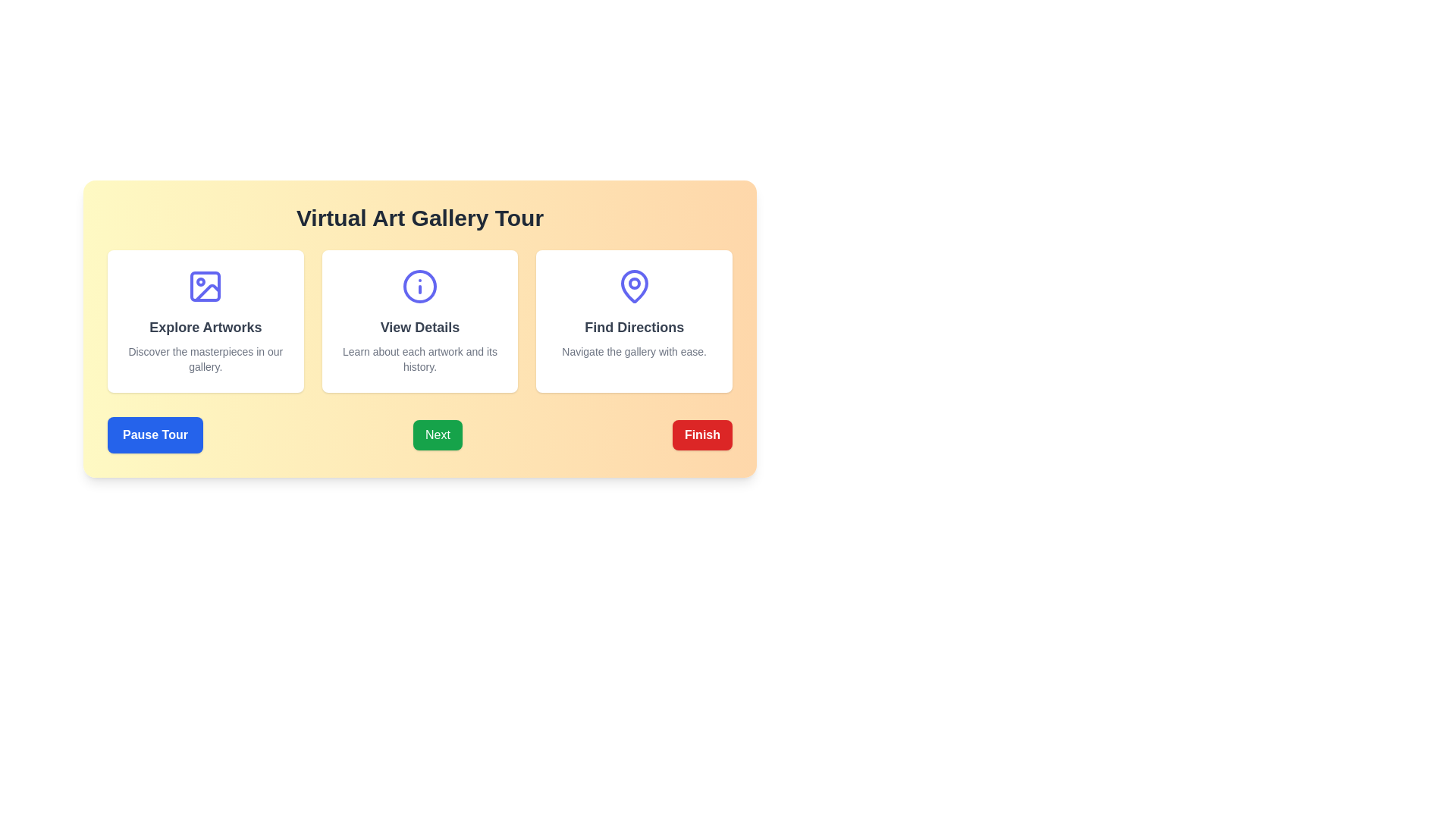 The image size is (1456, 819). What do you see at coordinates (419, 359) in the screenshot?
I see `the descriptive text located at the bottom of the central card, which provides additional context related to the 'View Details' action` at bounding box center [419, 359].